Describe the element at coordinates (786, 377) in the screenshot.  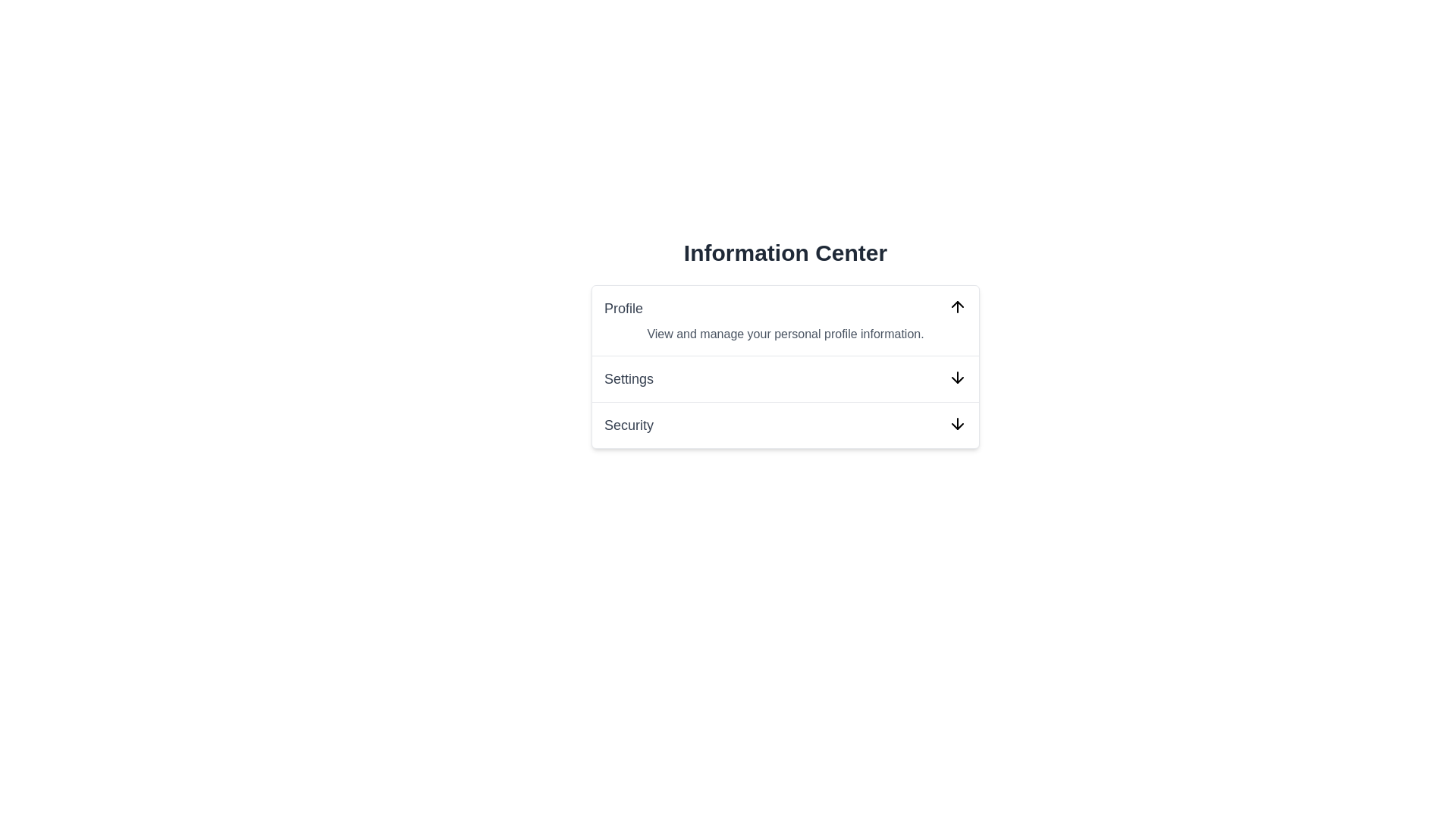
I see `the 'Settings' button located in the 'Information Center' section` at that location.